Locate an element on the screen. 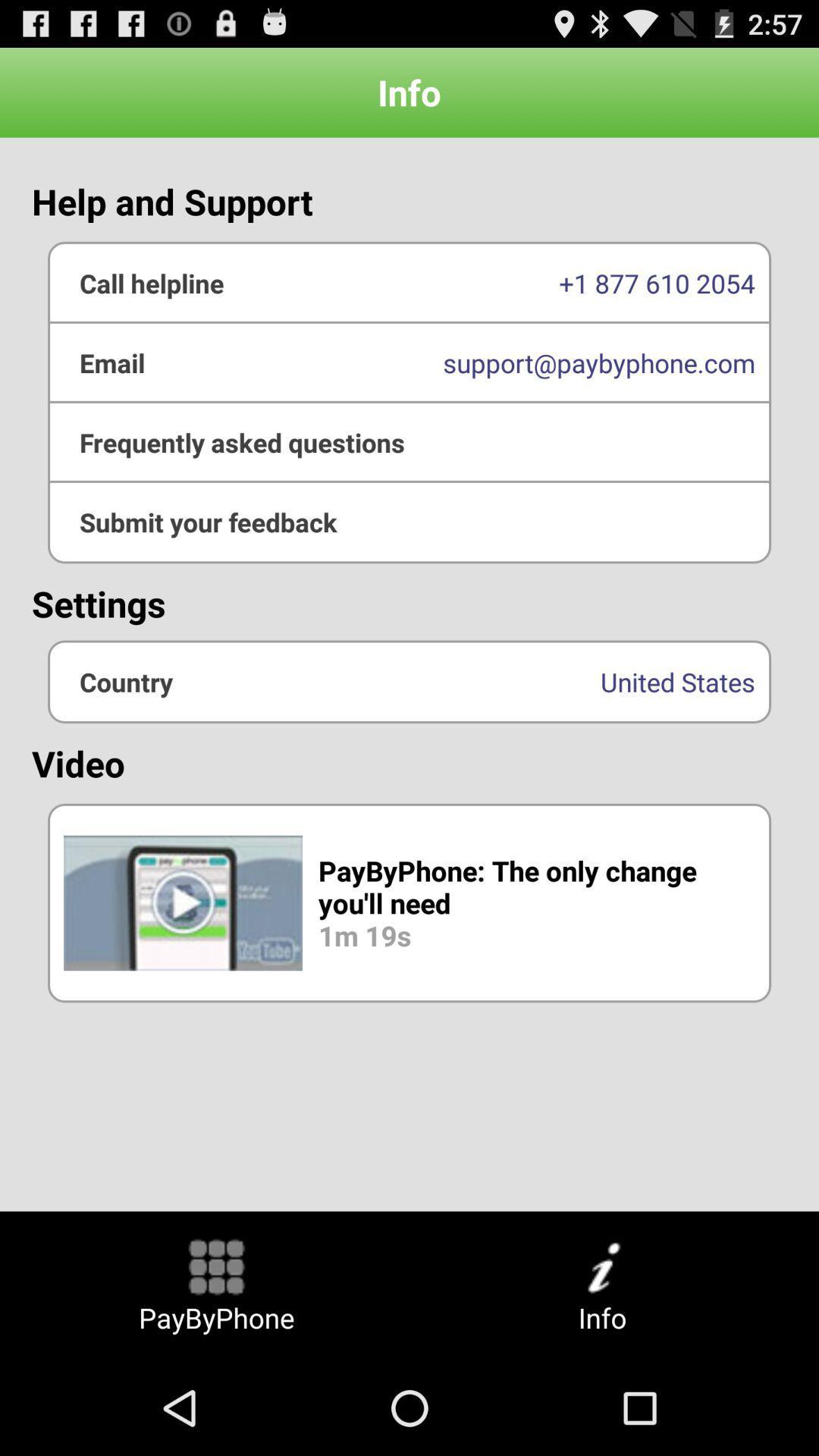  the support@paybyphone.com item is located at coordinates (409, 362).